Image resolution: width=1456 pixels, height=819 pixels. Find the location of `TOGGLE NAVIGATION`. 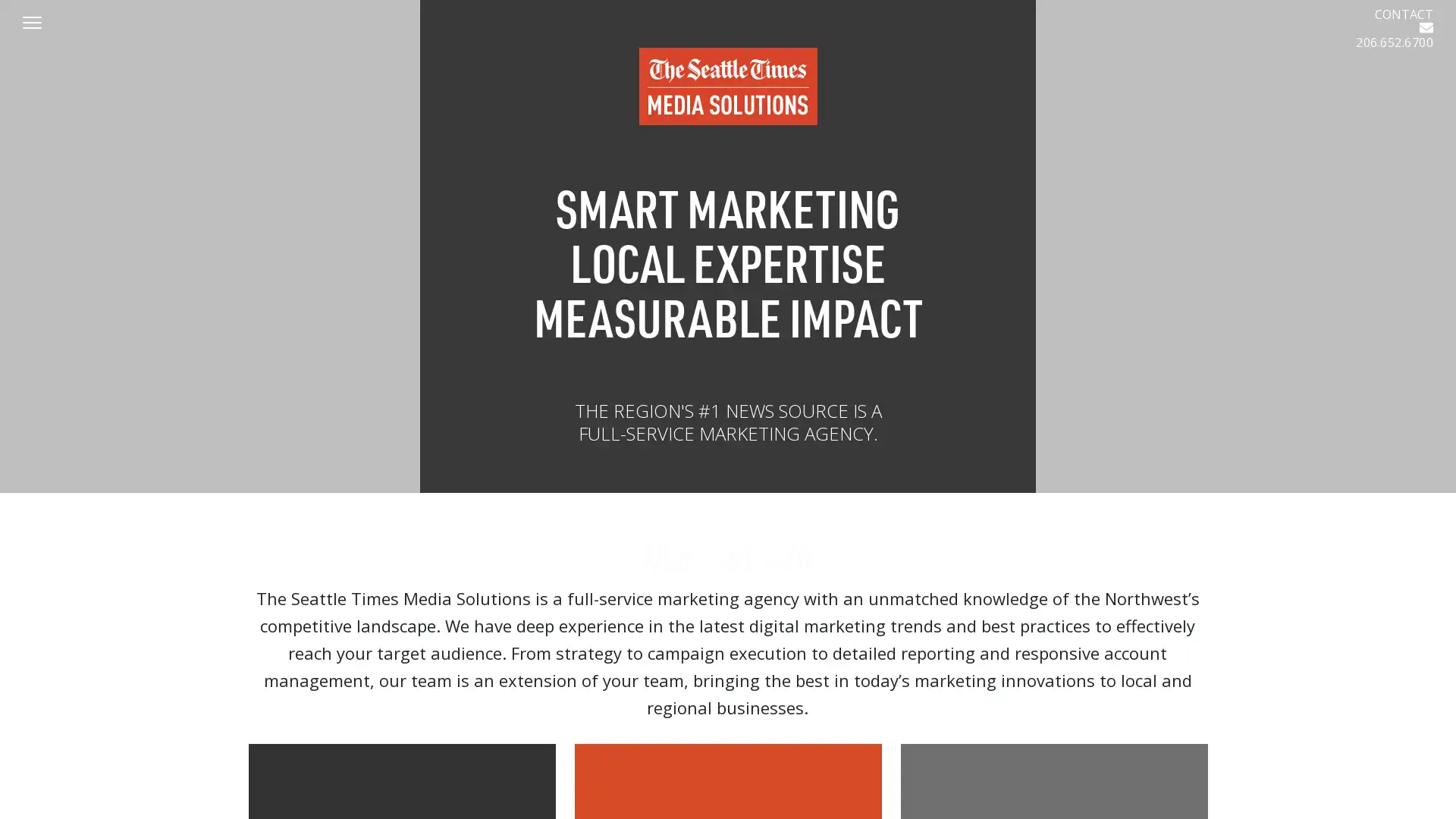

TOGGLE NAVIGATION is located at coordinates (41, 23).